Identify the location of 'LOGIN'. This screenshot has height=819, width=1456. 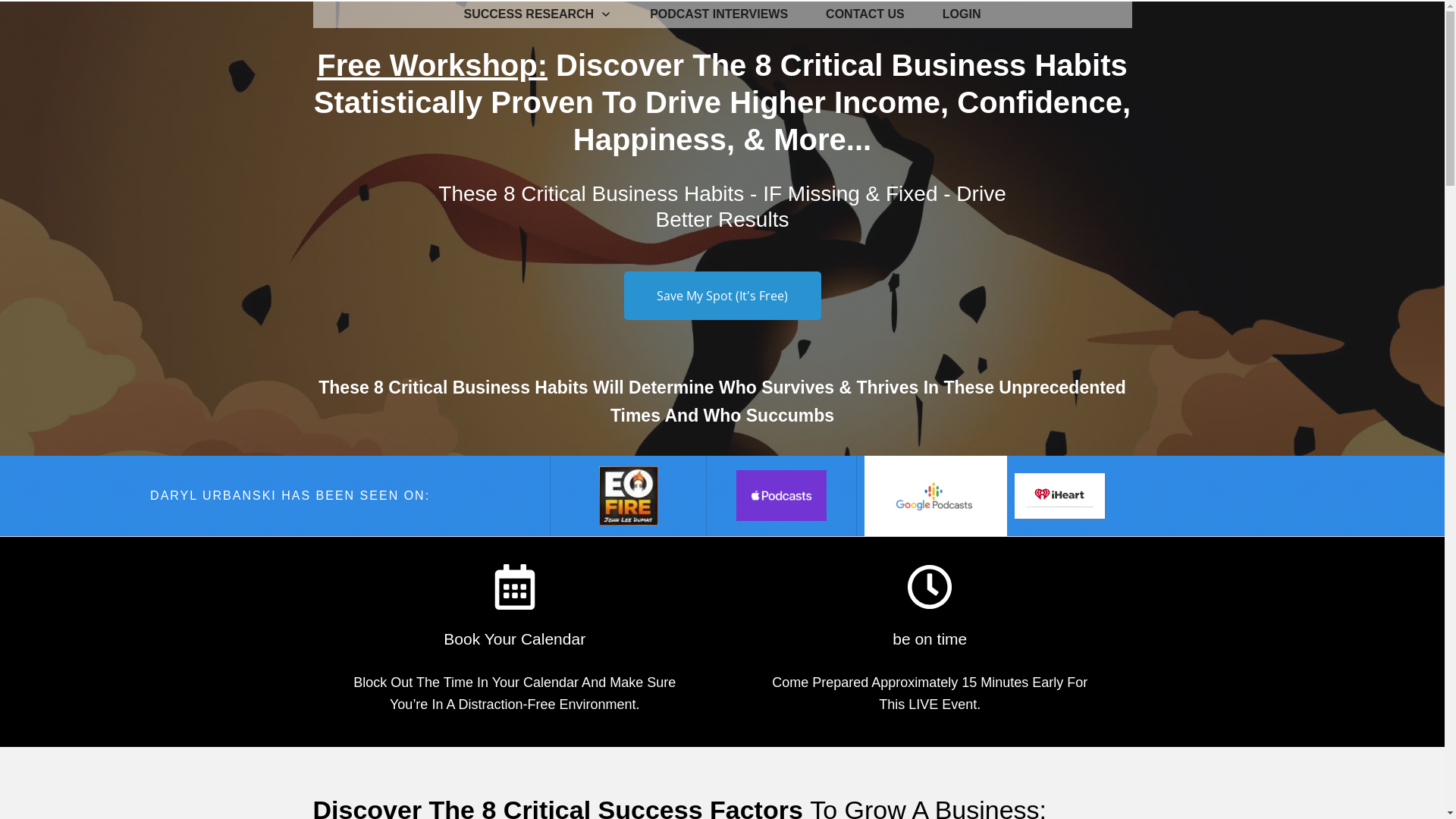
(961, 14).